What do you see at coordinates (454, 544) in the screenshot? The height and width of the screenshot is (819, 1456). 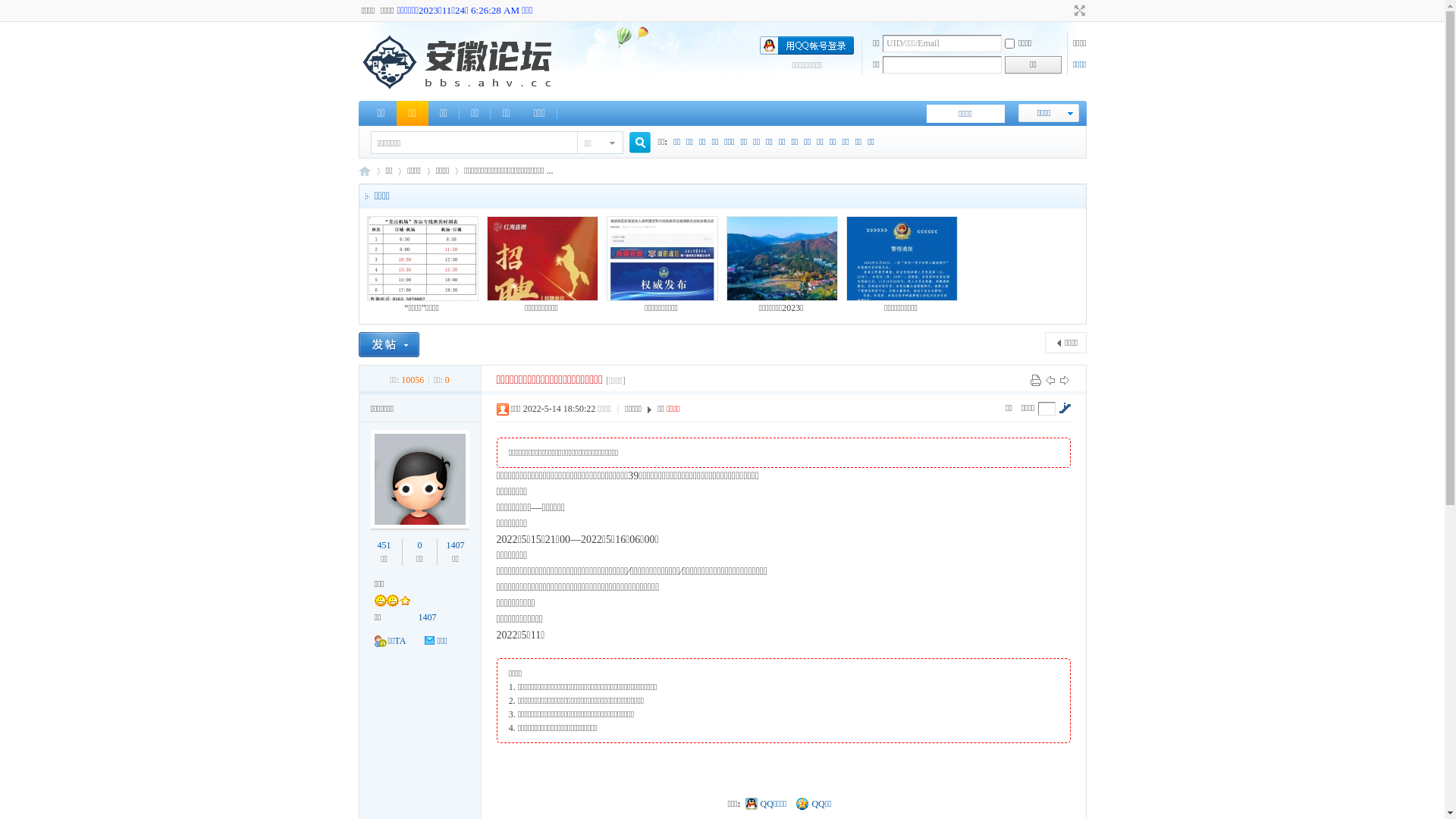 I see `'1407'` at bounding box center [454, 544].